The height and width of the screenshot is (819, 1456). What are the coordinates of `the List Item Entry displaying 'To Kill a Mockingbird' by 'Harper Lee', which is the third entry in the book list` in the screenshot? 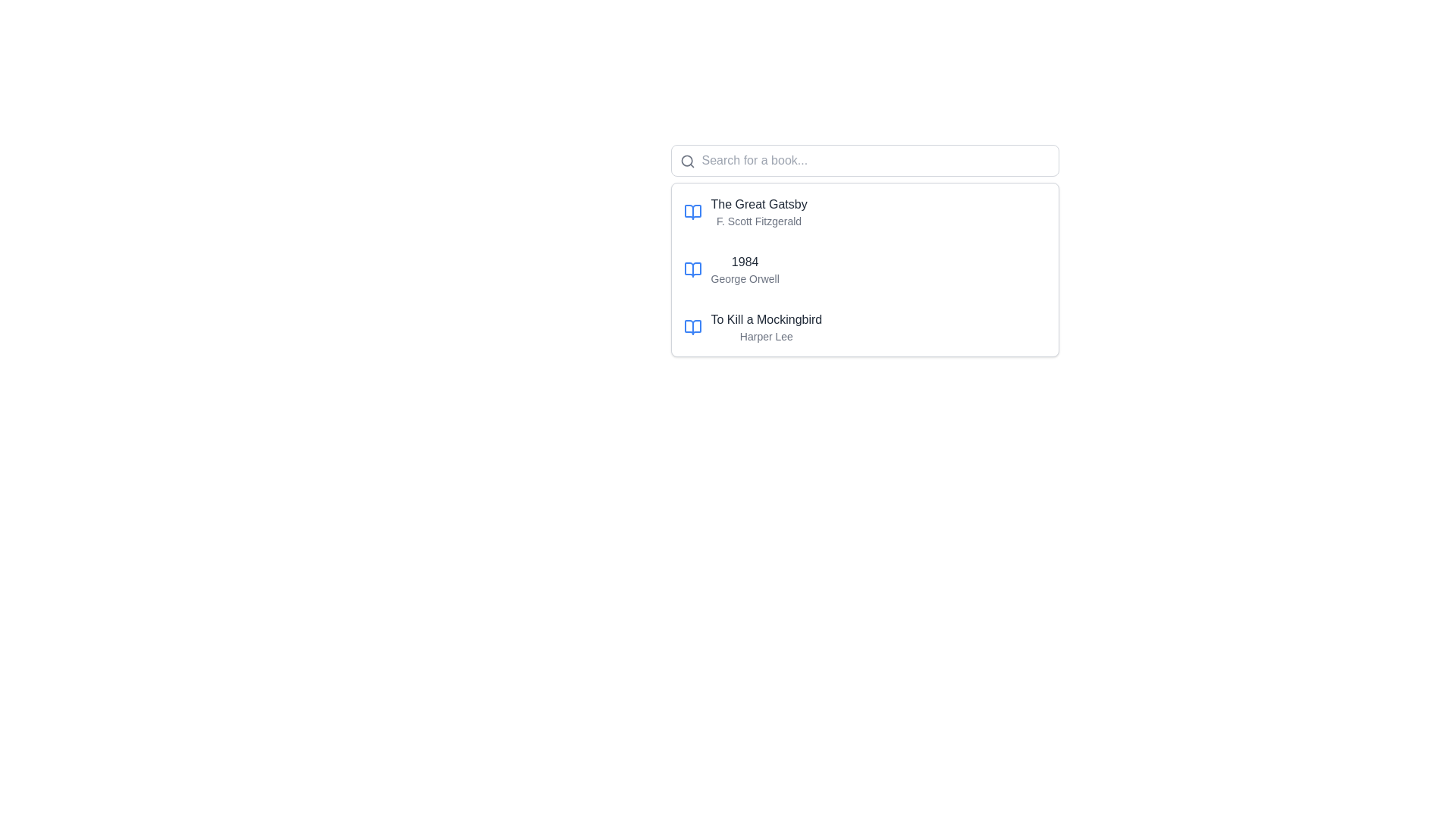 It's located at (864, 327).